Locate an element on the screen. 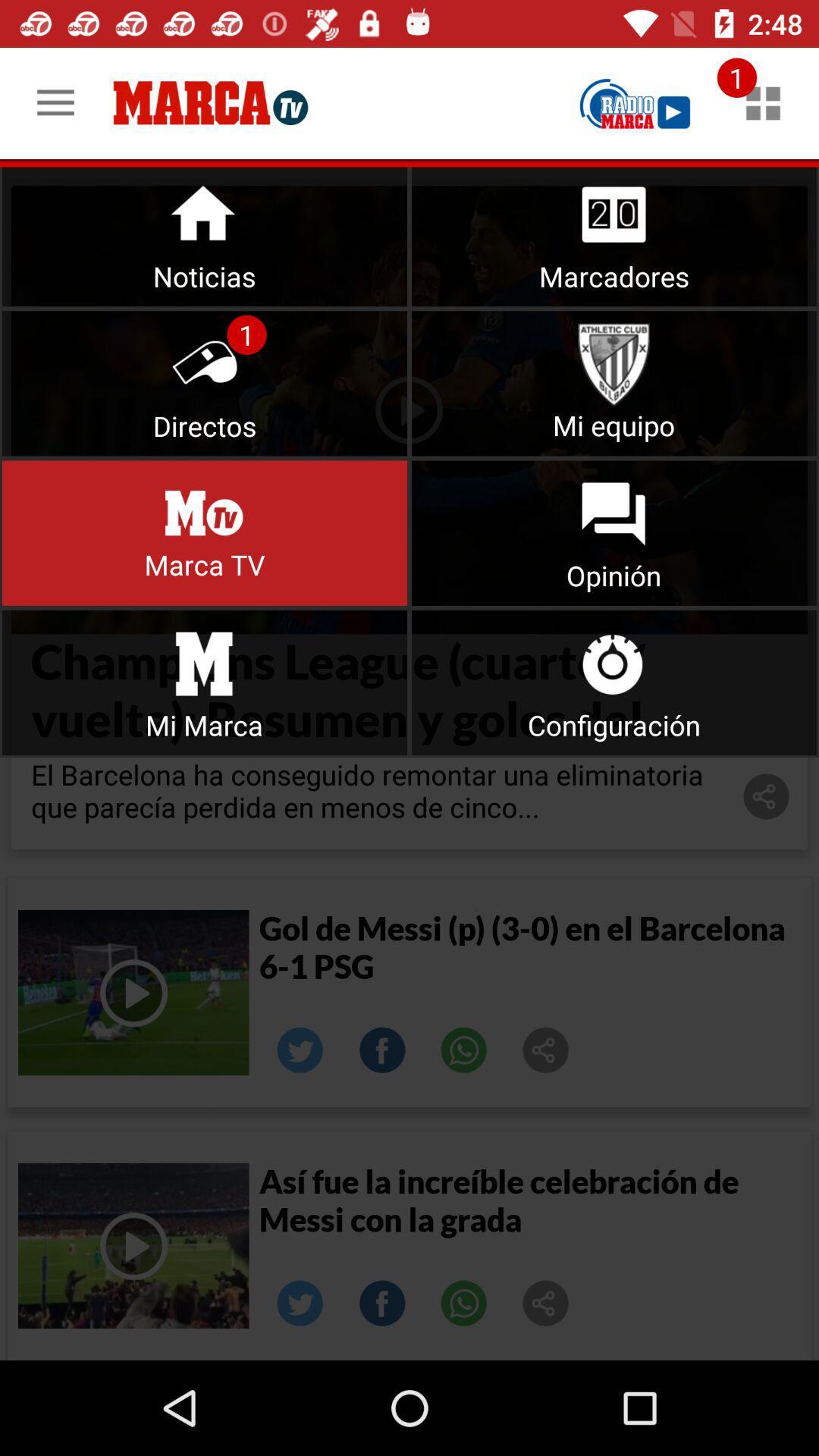 The height and width of the screenshot is (1456, 819). settings is located at coordinates (614, 682).